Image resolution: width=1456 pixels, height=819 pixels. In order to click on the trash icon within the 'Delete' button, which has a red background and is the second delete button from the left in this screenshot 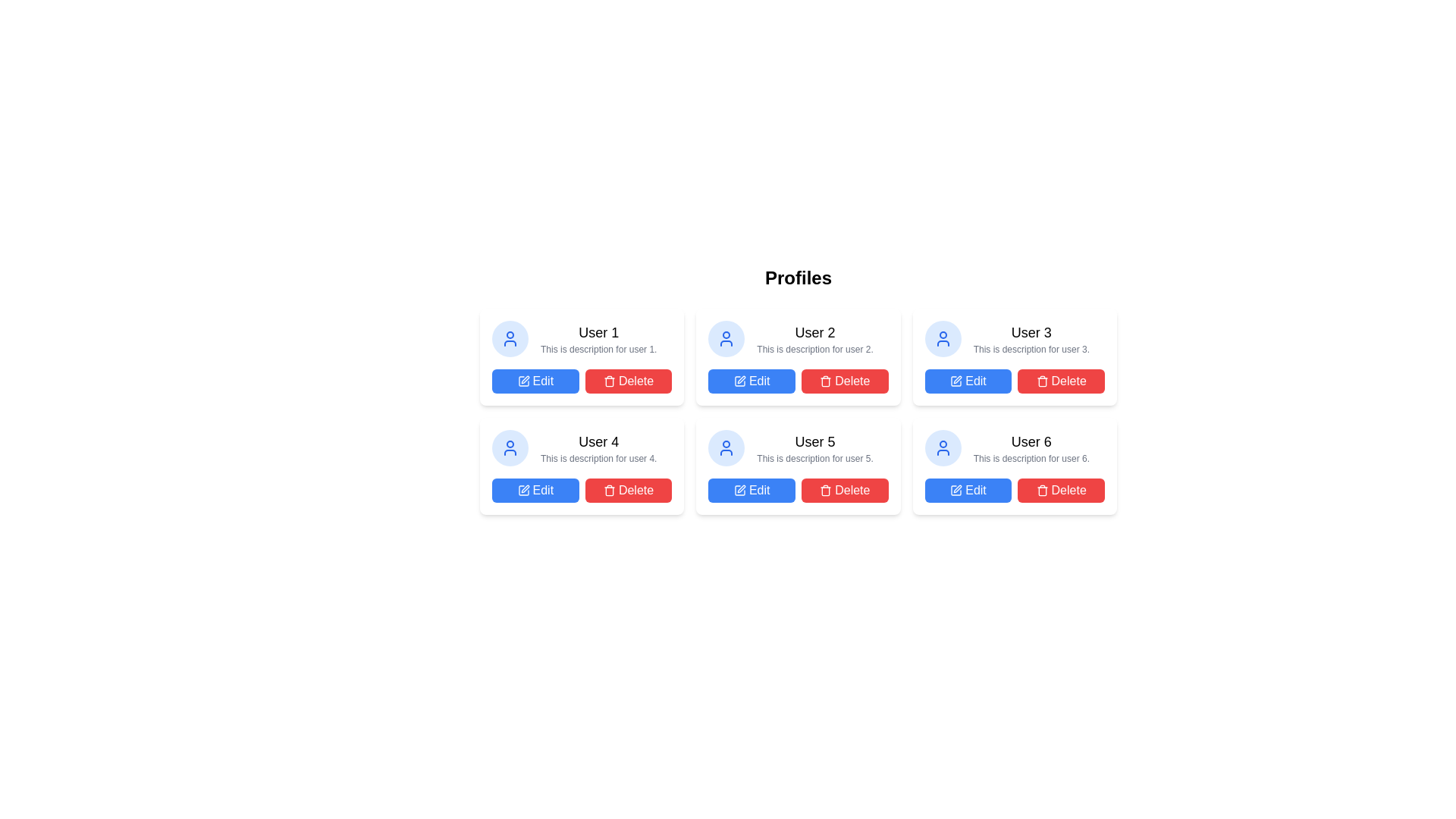, I will do `click(609, 491)`.